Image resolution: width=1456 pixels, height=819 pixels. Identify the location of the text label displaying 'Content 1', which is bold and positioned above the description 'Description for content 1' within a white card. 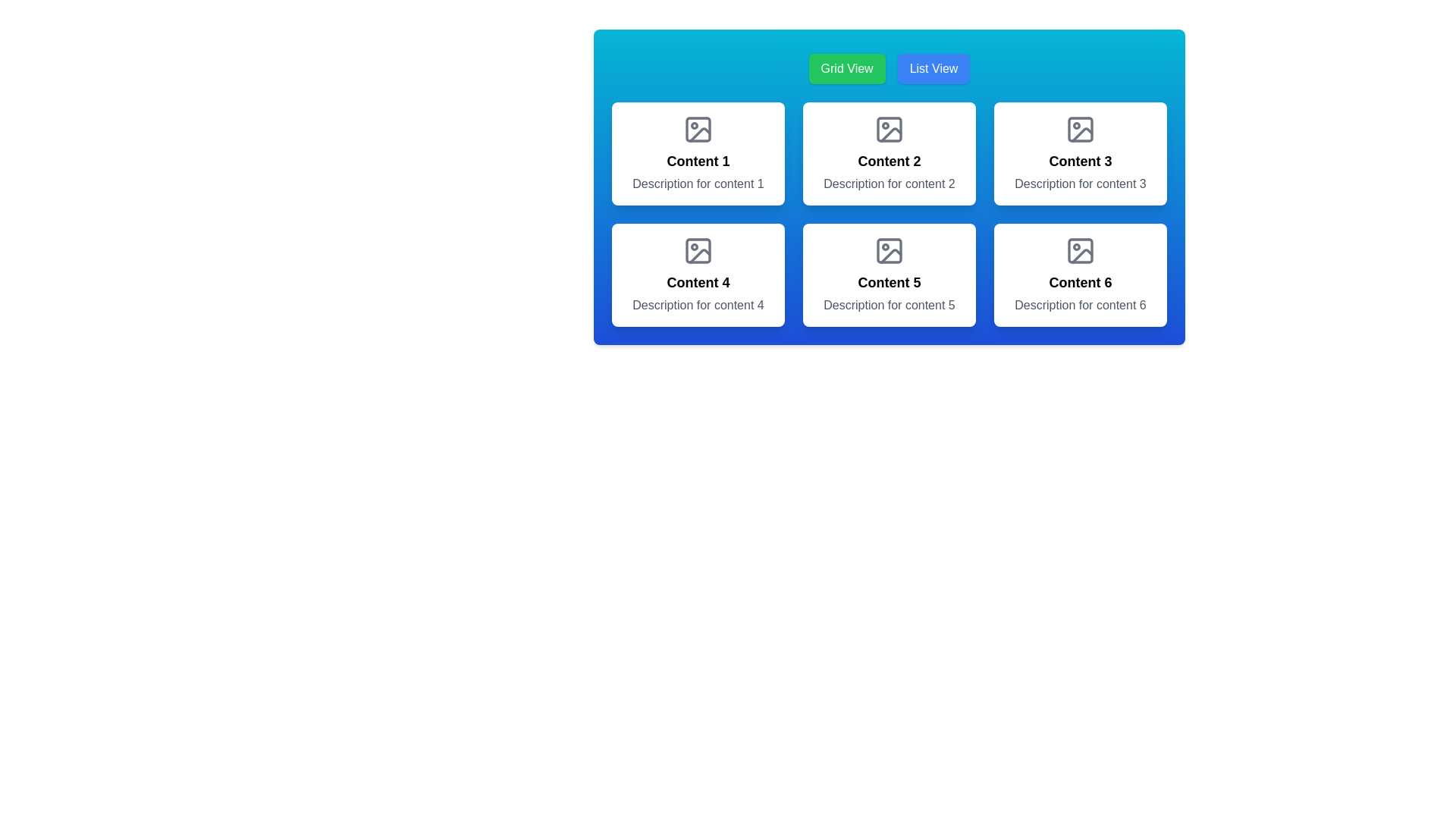
(698, 161).